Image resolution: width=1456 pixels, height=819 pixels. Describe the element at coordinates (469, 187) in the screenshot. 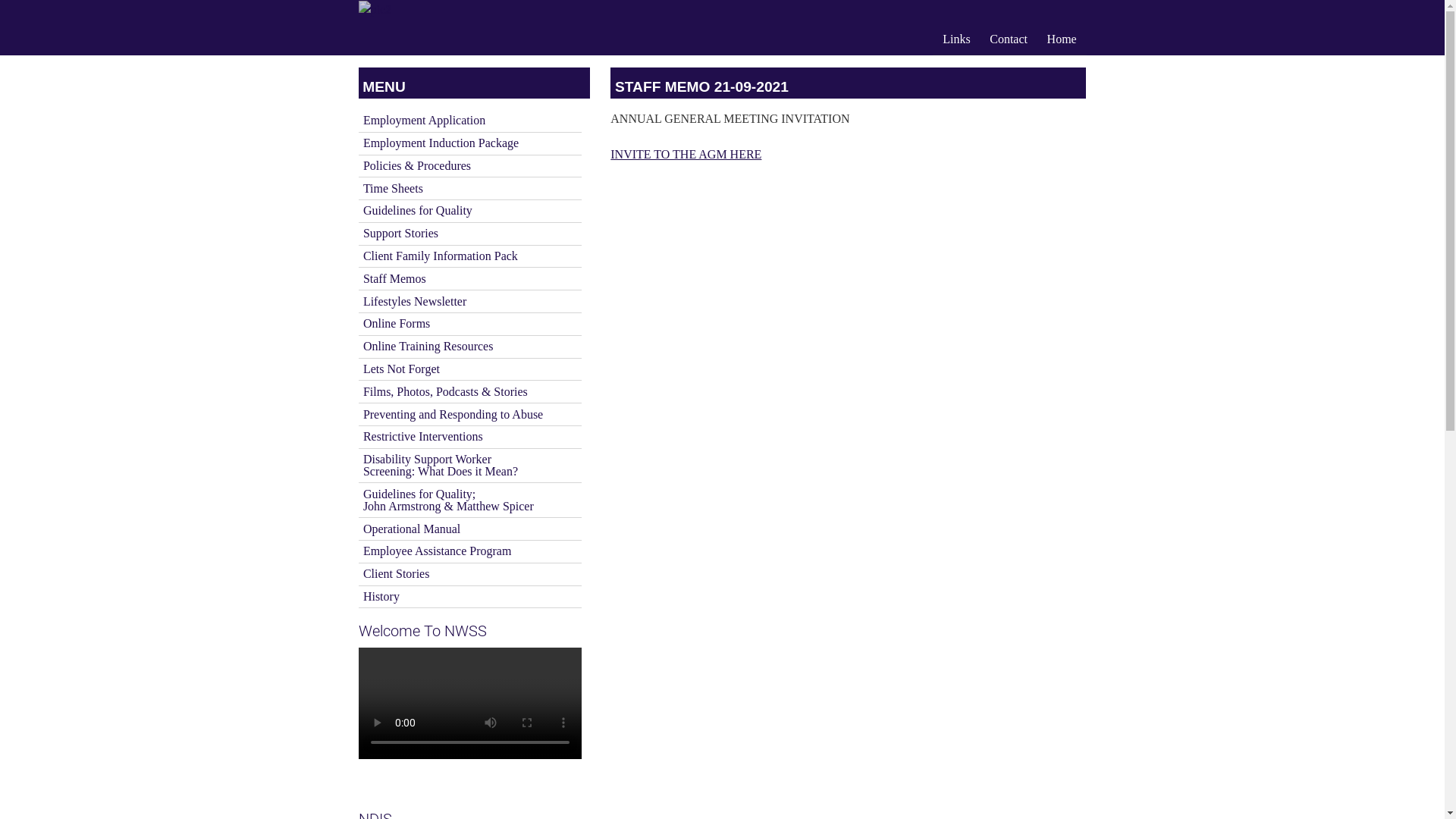

I see `'Time Sheets'` at that location.